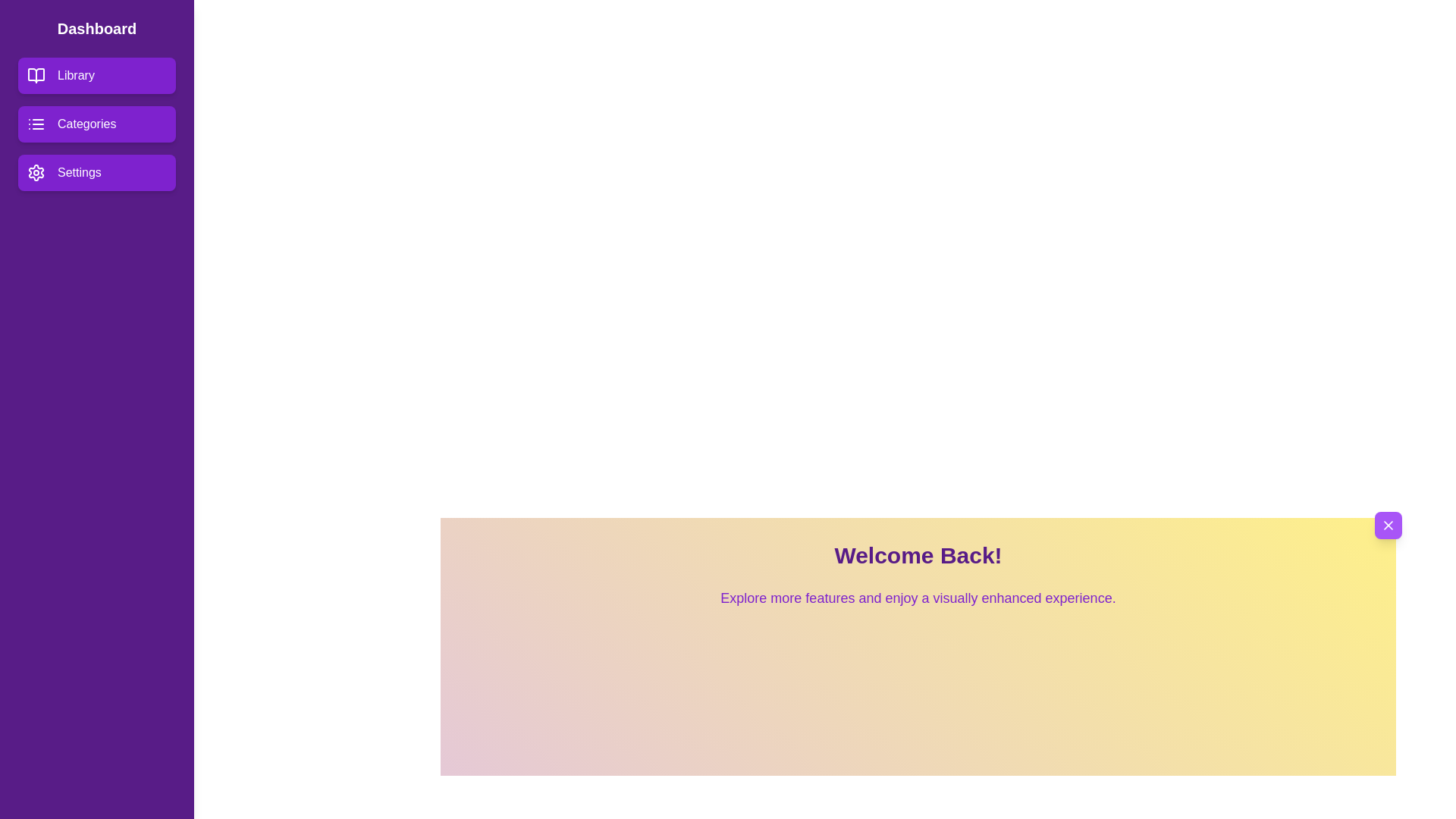 This screenshot has width=1456, height=819. Describe the element at coordinates (96, 171) in the screenshot. I see `the menu item Settings from the list` at that location.